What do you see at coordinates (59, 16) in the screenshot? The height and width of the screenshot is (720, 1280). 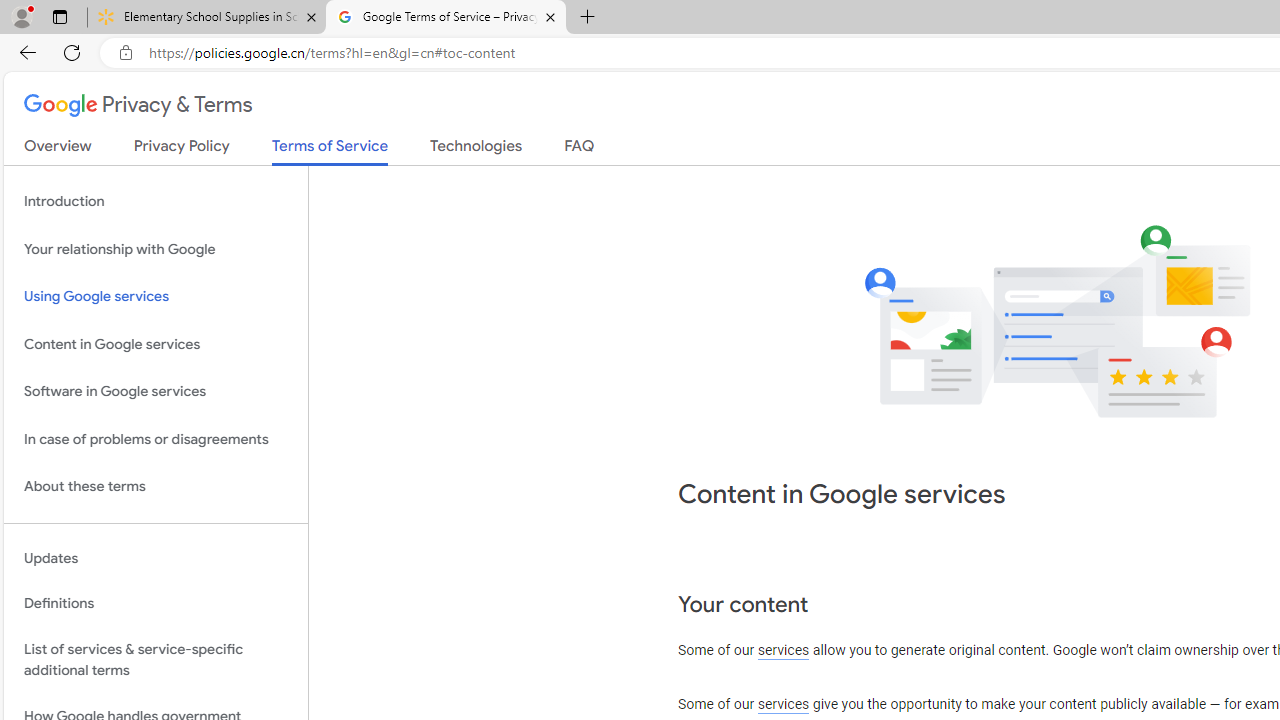 I see `'Tab actions menu'` at bounding box center [59, 16].